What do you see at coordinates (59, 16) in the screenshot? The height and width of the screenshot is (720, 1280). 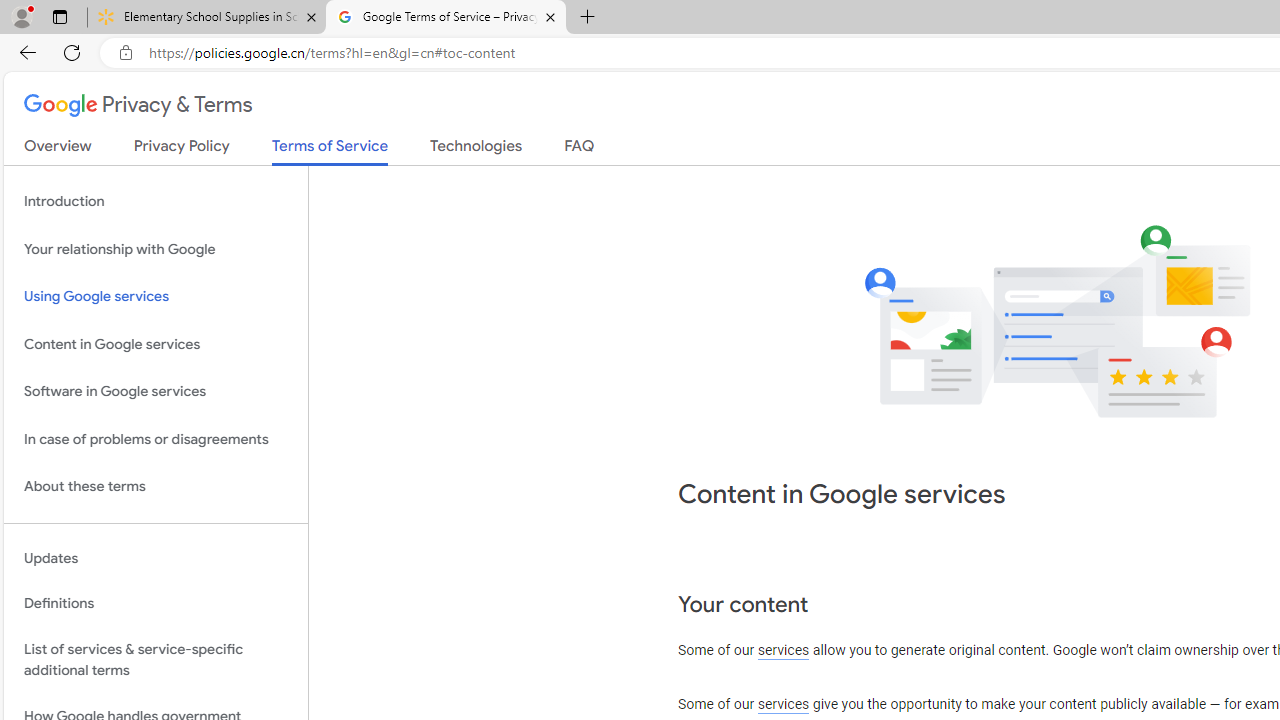 I see `'Tab actions menu'` at bounding box center [59, 16].